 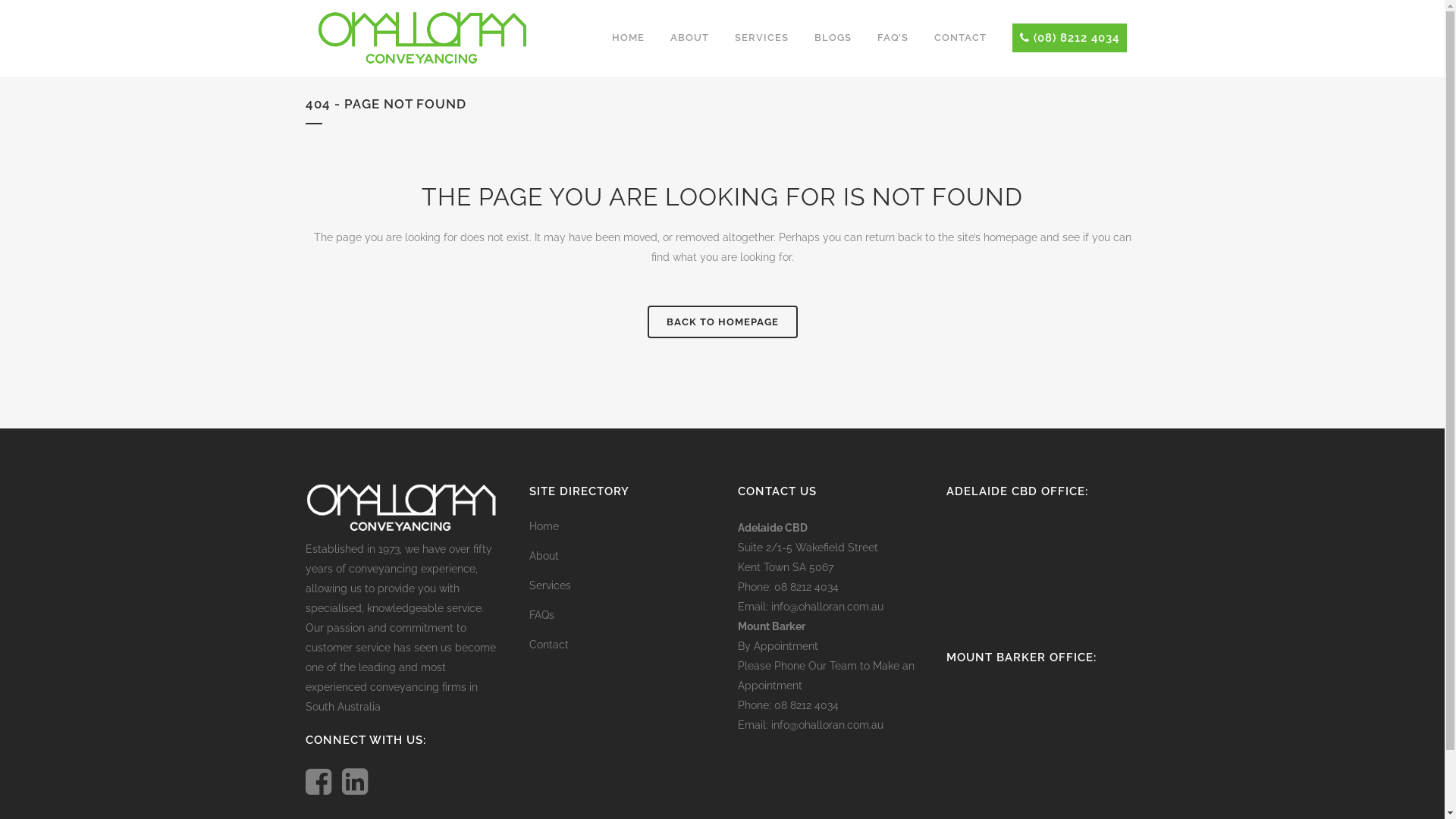 What do you see at coordinates (529, 584) in the screenshot?
I see `'Services'` at bounding box center [529, 584].